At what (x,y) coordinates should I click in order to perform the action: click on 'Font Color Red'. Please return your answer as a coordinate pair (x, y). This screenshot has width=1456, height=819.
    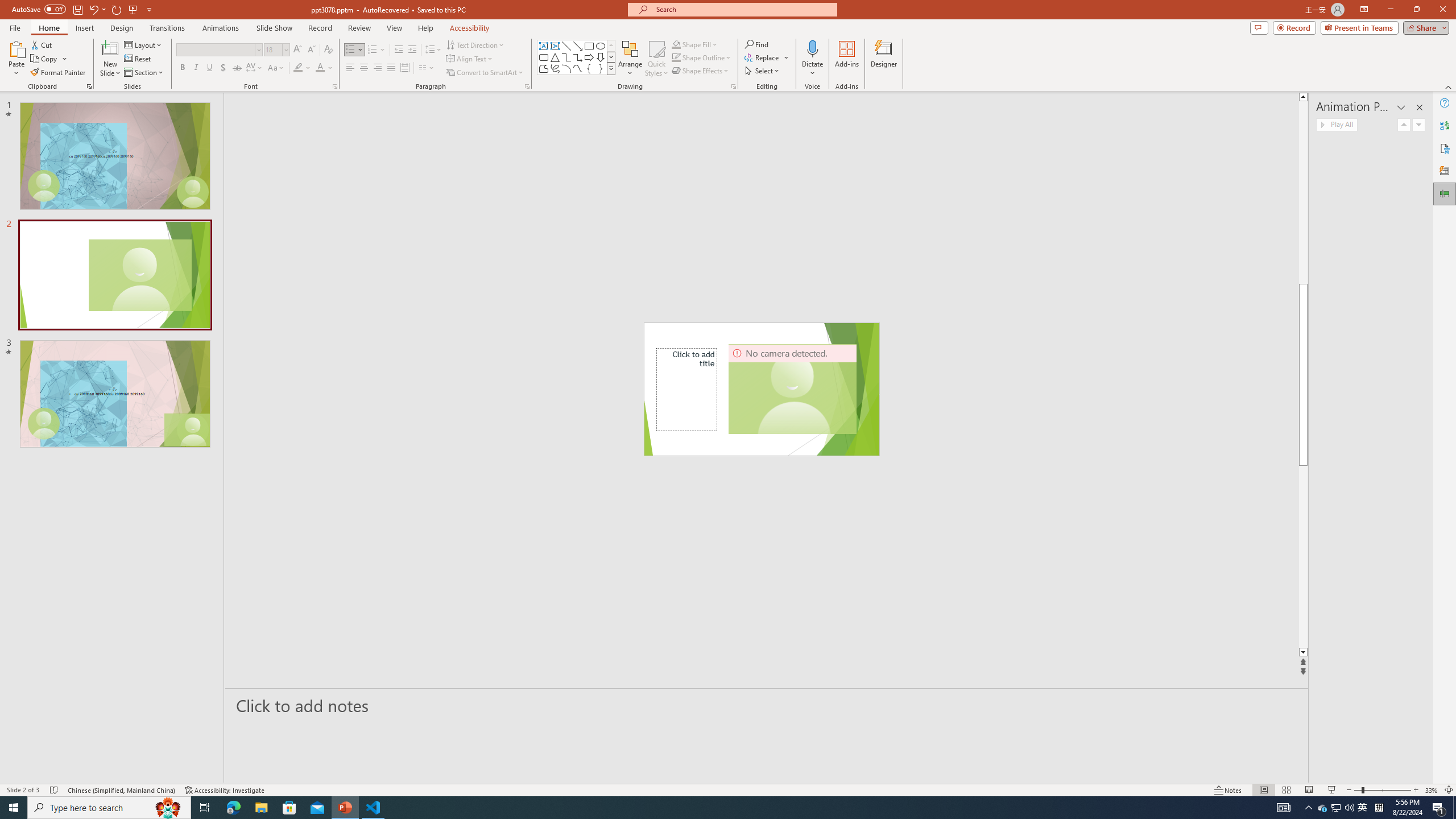
    Looking at the image, I should click on (320, 67).